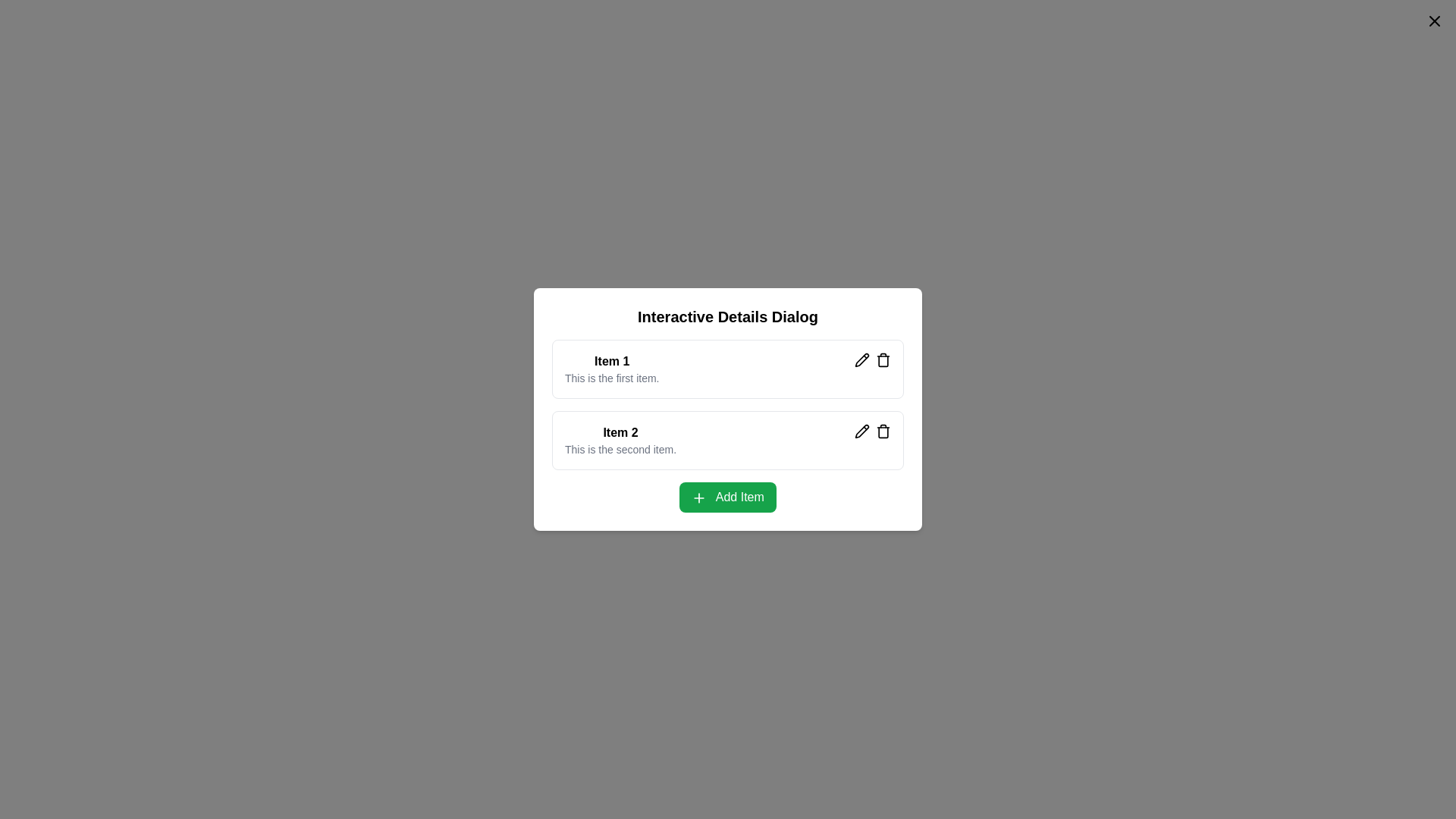 Image resolution: width=1456 pixels, height=819 pixels. What do you see at coordinates (873, 431) in the screenshot?
I see `the trash can icon within the icon group for edit and delete actions located at the bottom-right corner of the second item block in the dialog` at bounding box center [873, 431].